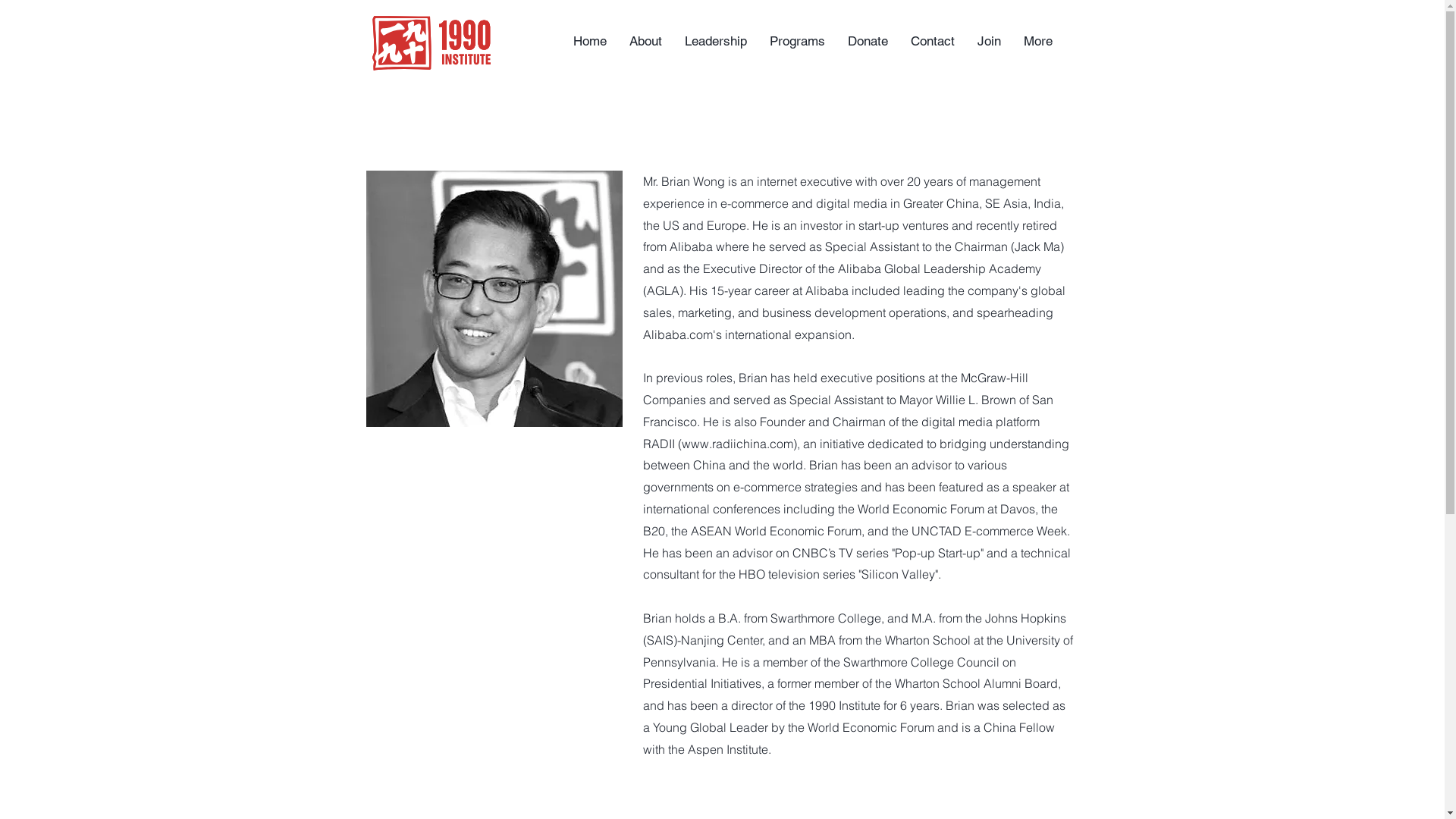 The height and width of the screenshot is (819, 1456). What do you see at coordinates (867, 40) in the screenshot?
I see `'Donate'` at bounding box center [867, 40].